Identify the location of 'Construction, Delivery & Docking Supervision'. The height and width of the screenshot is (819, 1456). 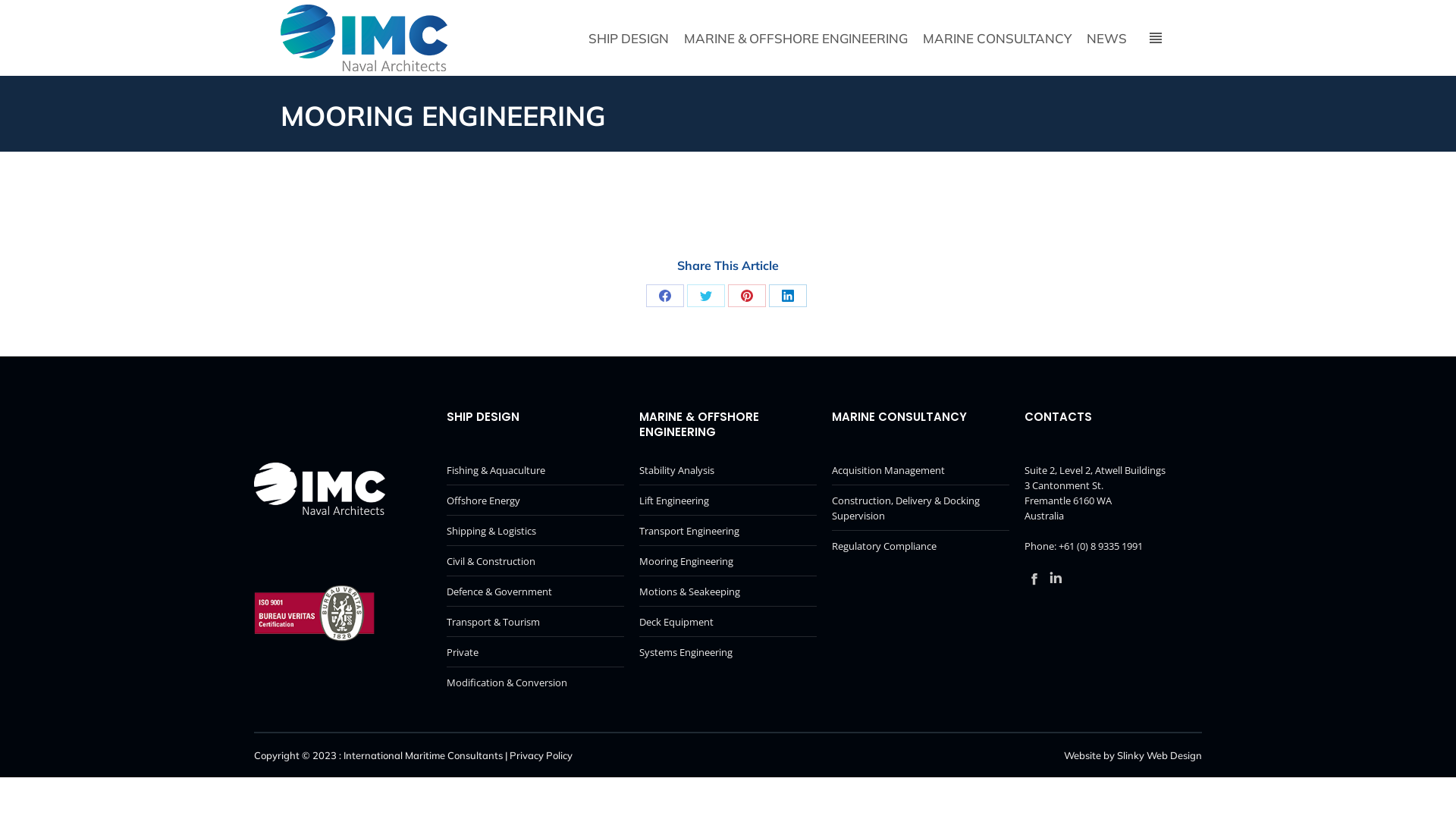
(920, 508).